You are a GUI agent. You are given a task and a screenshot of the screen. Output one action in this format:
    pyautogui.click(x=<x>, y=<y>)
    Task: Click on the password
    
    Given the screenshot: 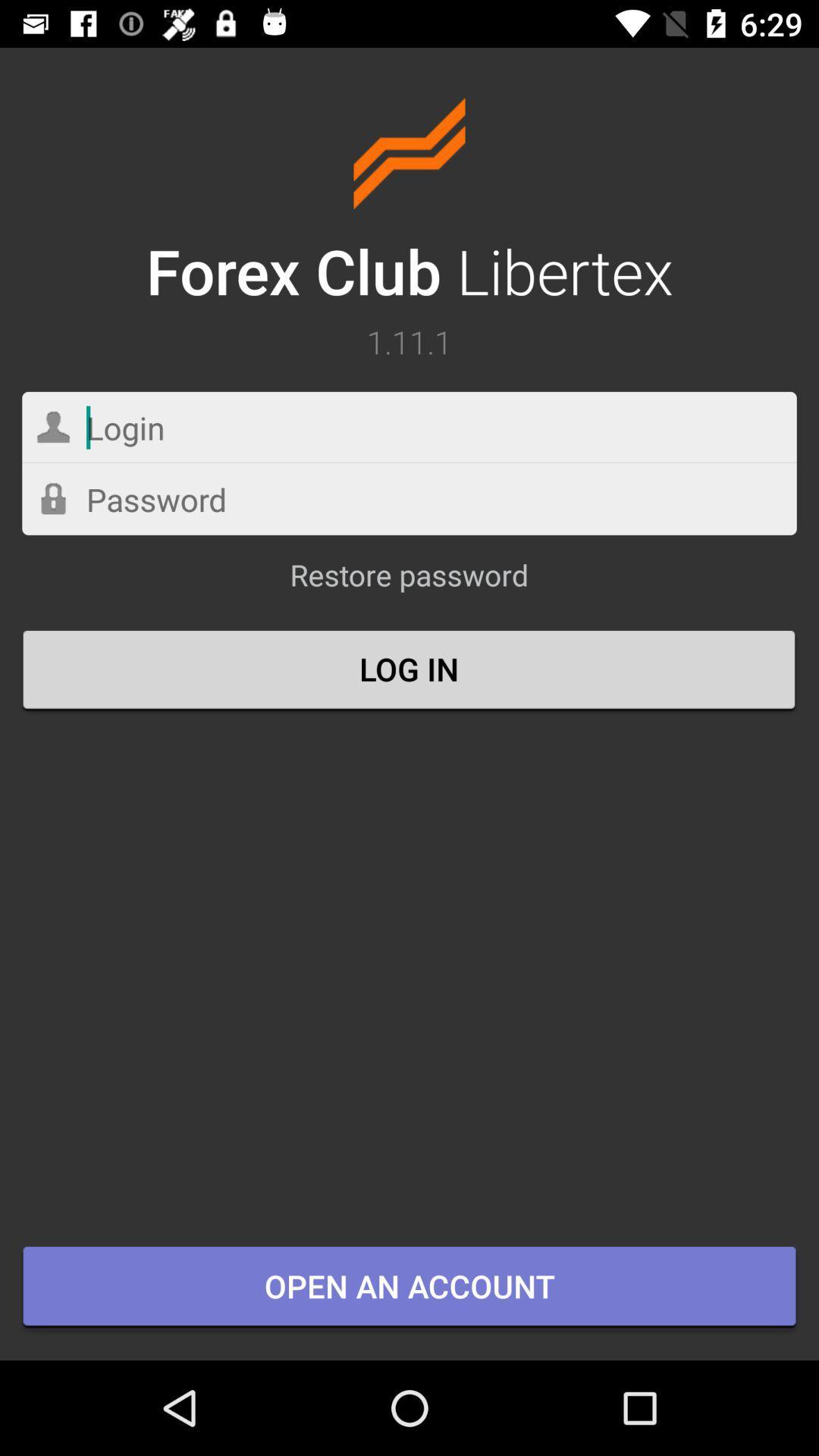 What is the action you would take?
    pyautogui.click(x=409, y=499)
    